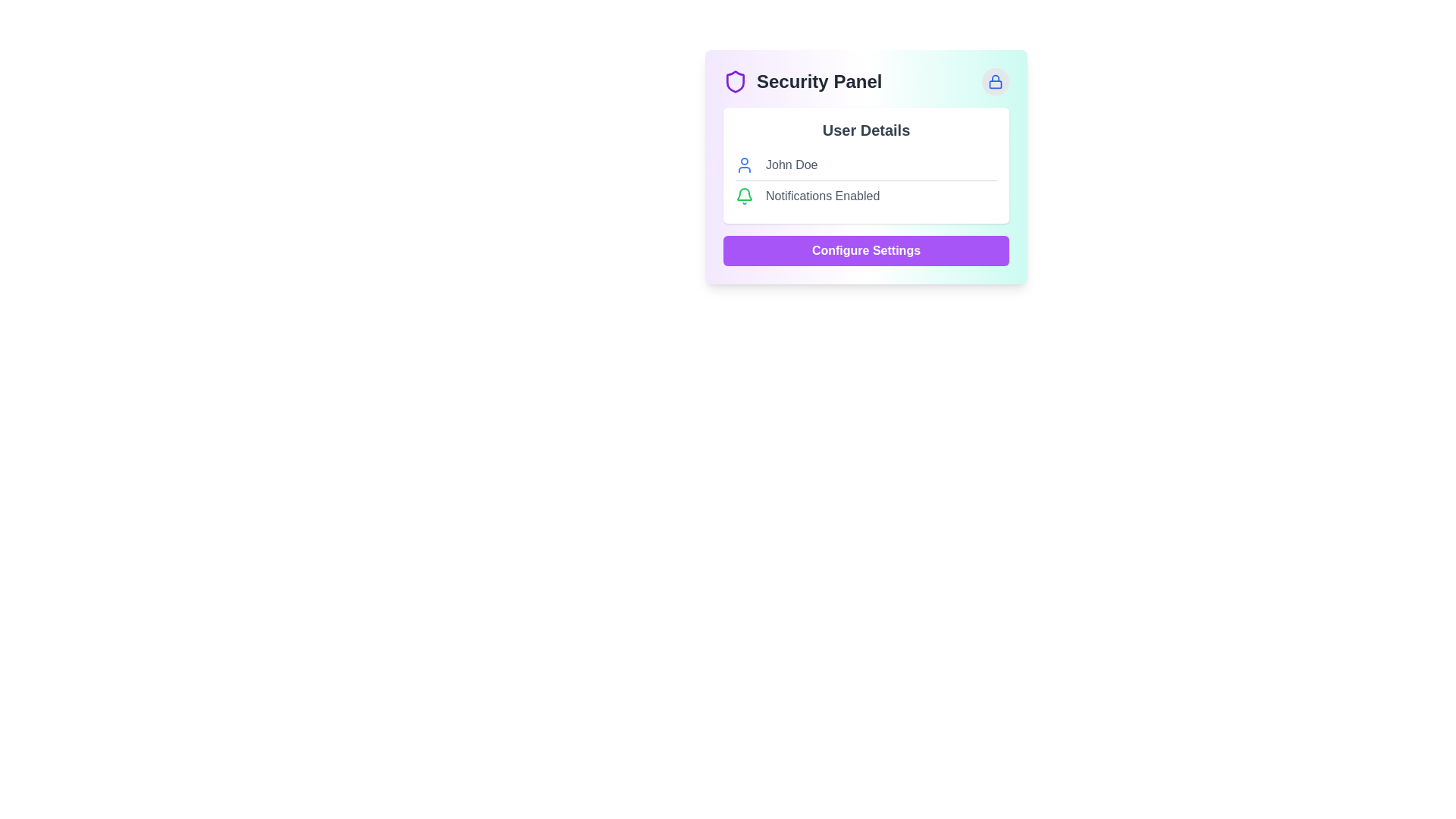  I want to click on the 'Security Panel' text label, which is displayed in bold and large dark gray font, located at the top of the card layout, so click(818, 82).